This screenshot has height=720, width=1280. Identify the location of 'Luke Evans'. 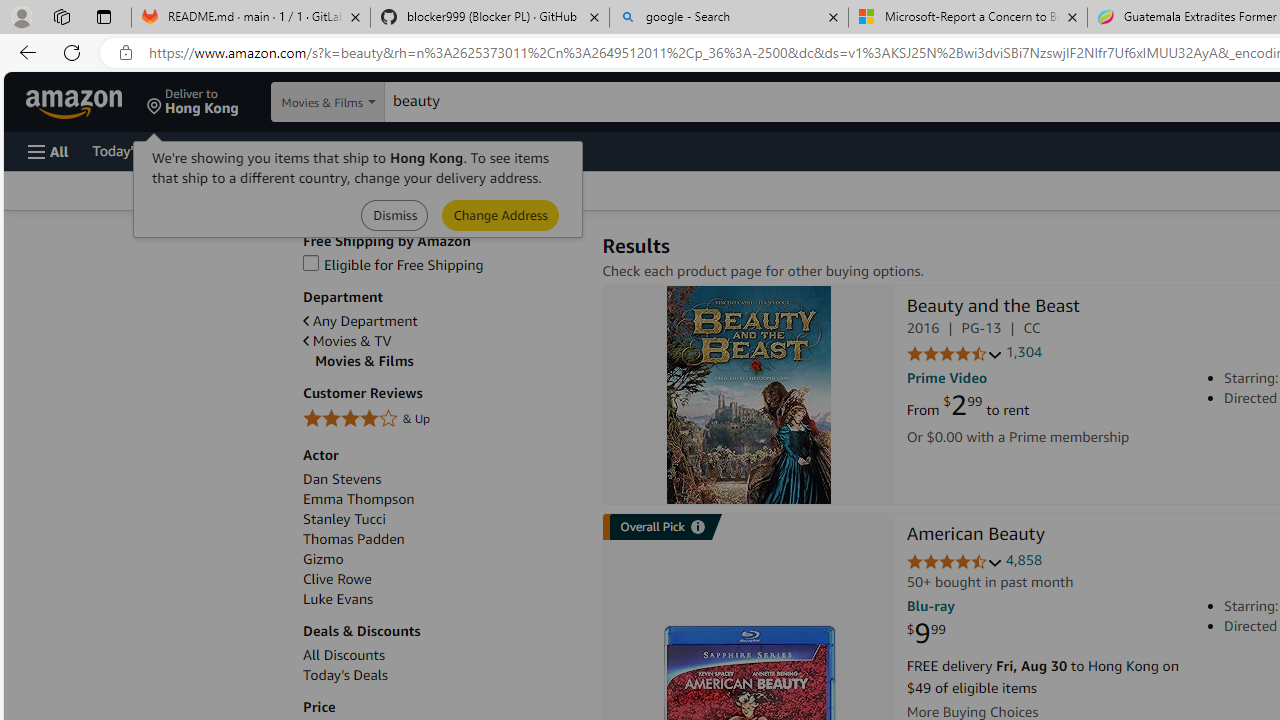
(338, 598).